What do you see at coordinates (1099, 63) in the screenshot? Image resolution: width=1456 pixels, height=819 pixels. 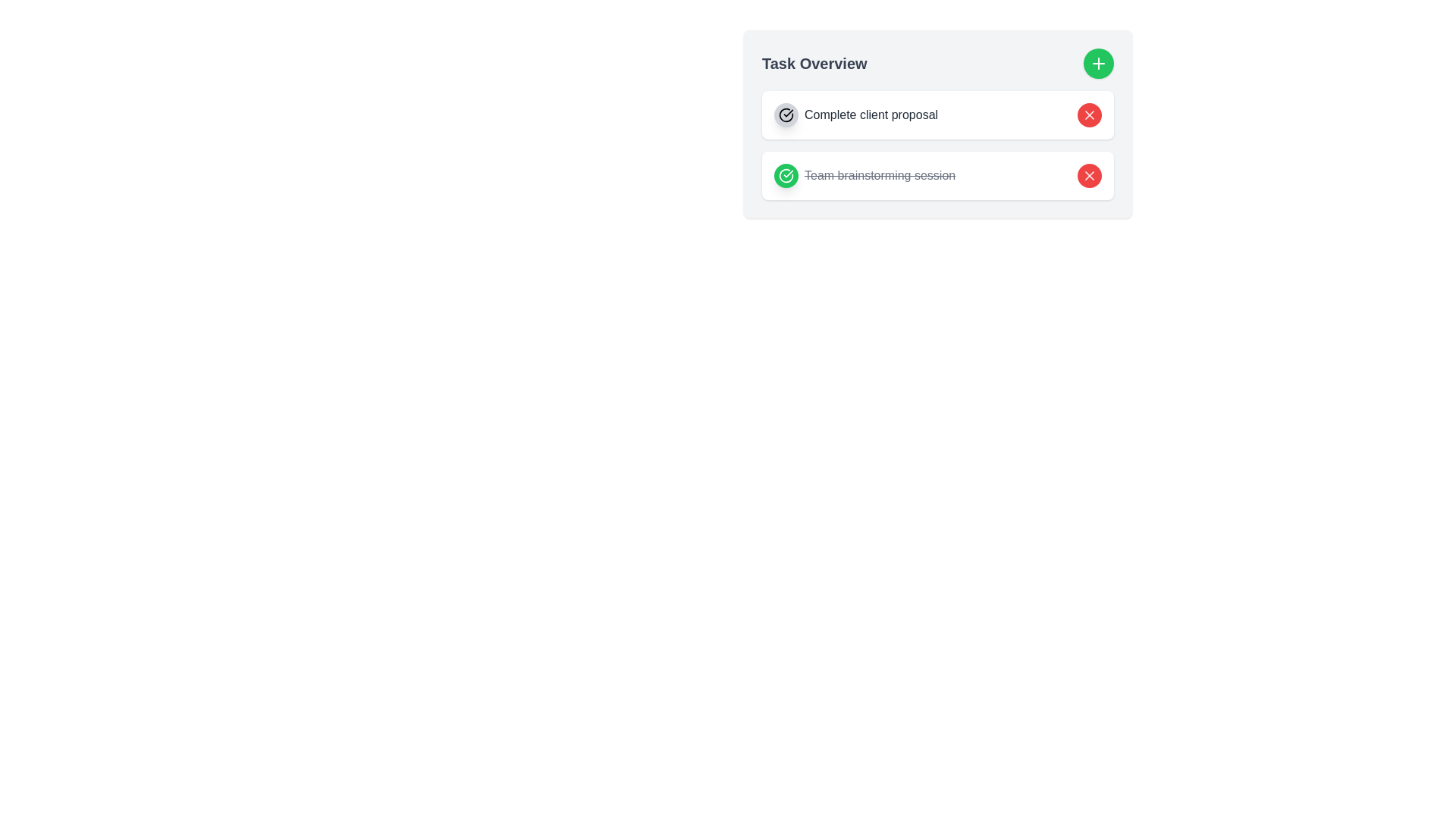 I see `the action button located at the top-right corner of the 'Task Overview' card` at bounding box center [1099, 63].